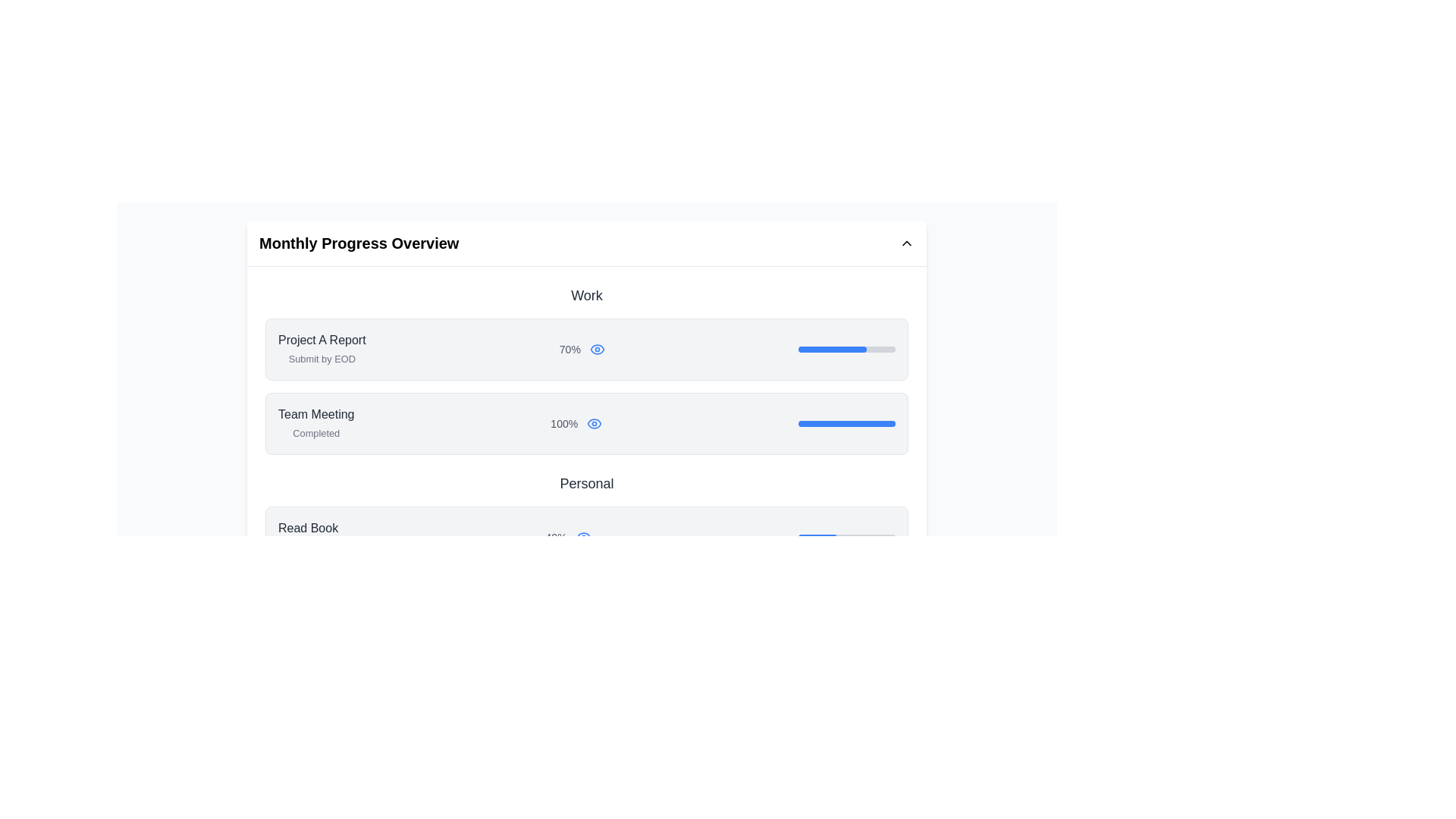 The image size is (1456, 819). What do you see at coordinates (307, 537) in the screenshot?
I see `text displayed in the multiline textual element titled 'Read Book' showing progress as 'Chapter 5/12', located in the 'Personal' section at the bottom-left corner` at bounding box center [307, 537].